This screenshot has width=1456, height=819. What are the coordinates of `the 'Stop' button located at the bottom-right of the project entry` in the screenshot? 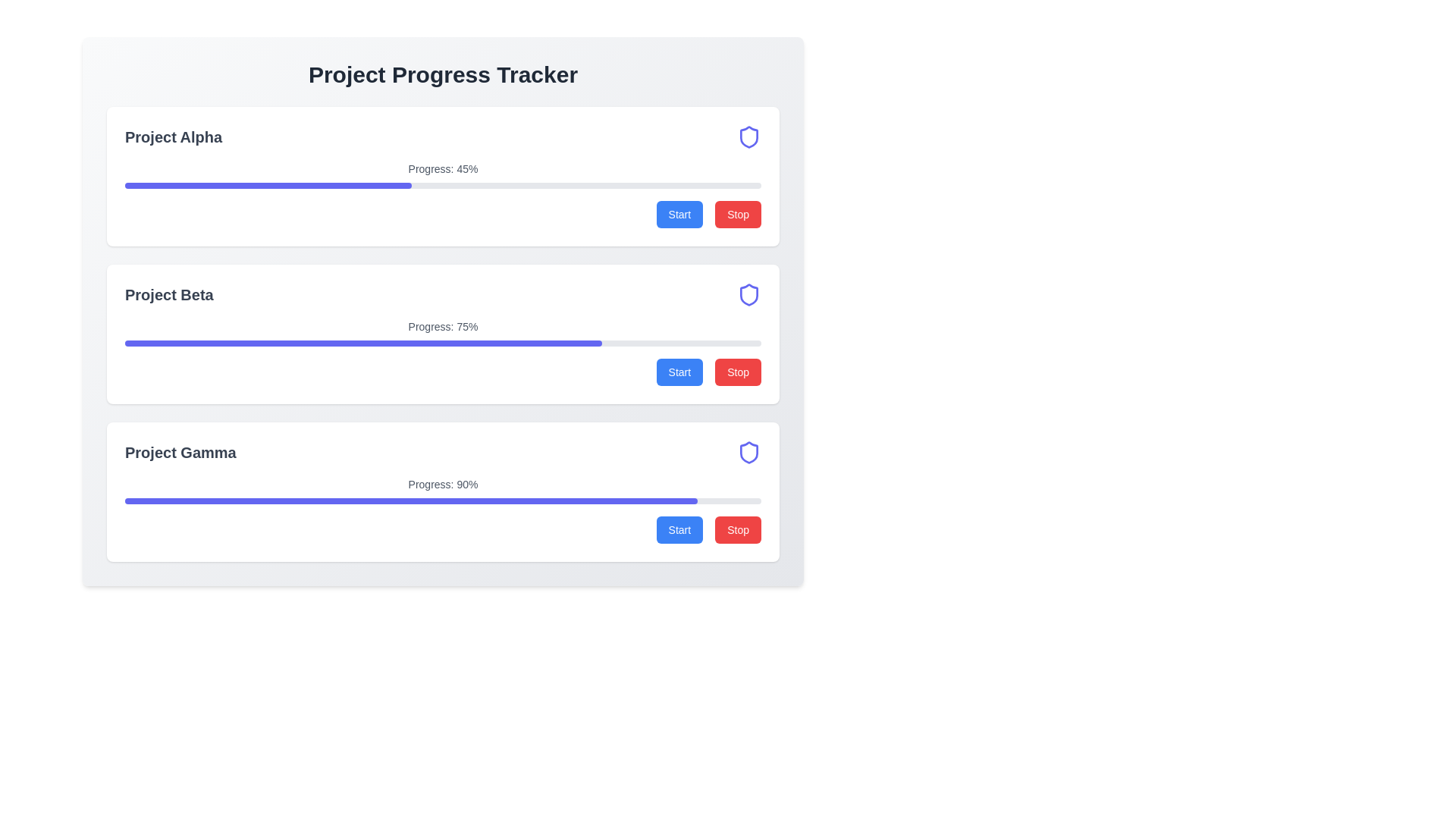 It's located at (738, 214).